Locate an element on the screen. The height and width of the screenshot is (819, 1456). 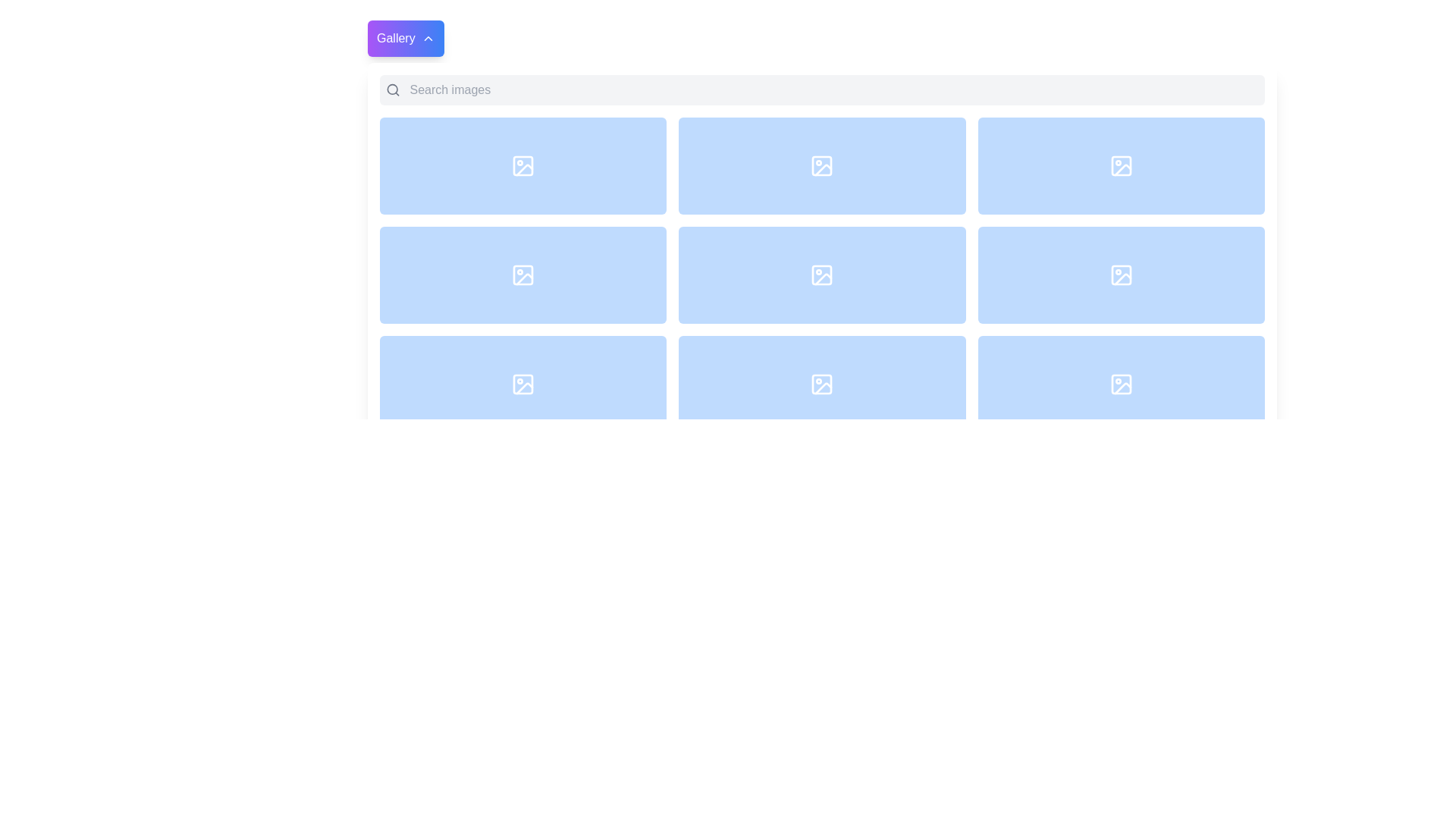
the icon resembling an image symbol, which has a rectangle with rounded corners and a circle inside, located in the sixth card of a grid layout in the center of a blue rectangular area is located at coordinates (821, 383).